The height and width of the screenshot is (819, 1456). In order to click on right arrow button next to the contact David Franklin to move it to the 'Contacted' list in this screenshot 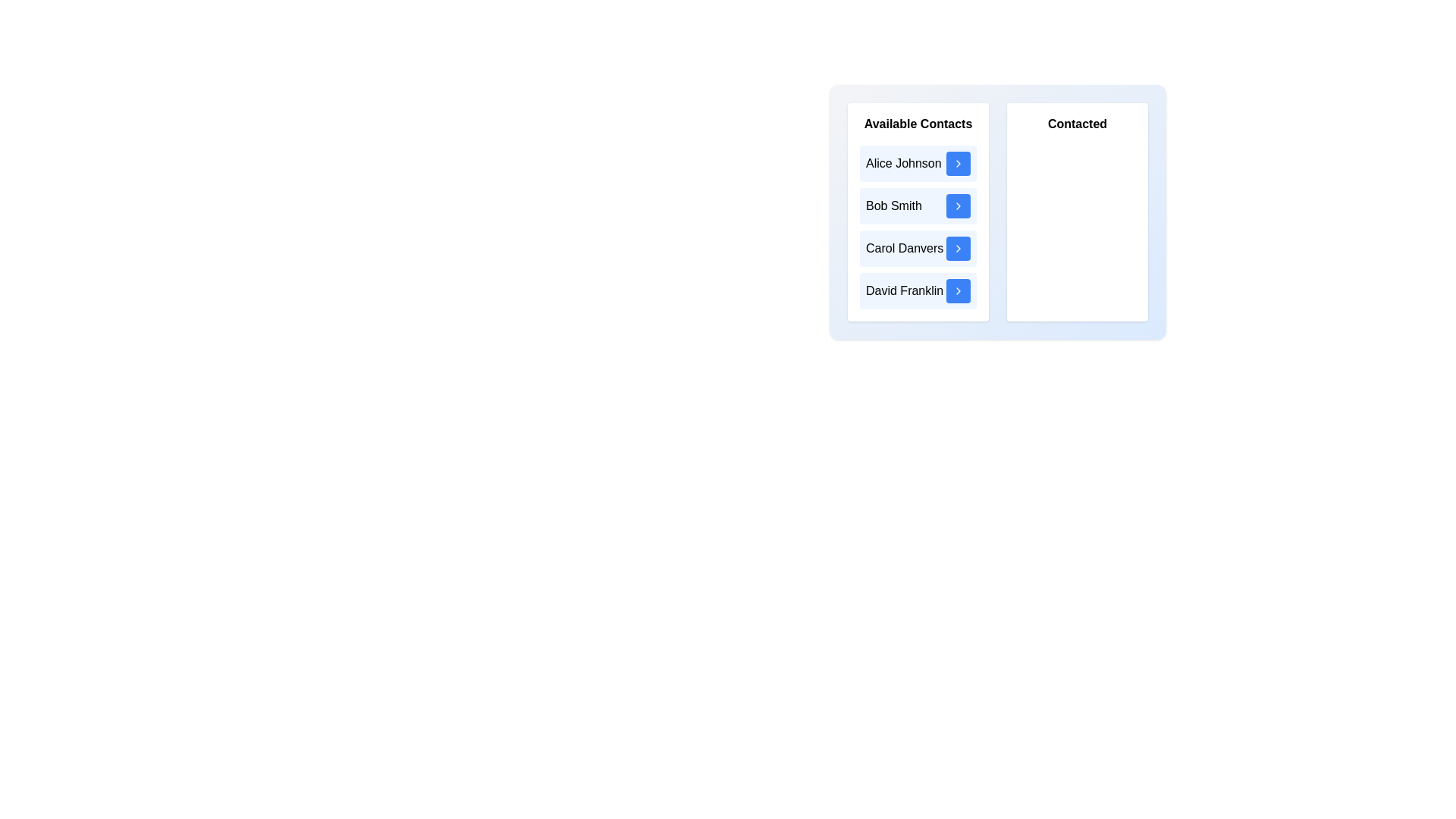, I will do `click(957, 291)`.